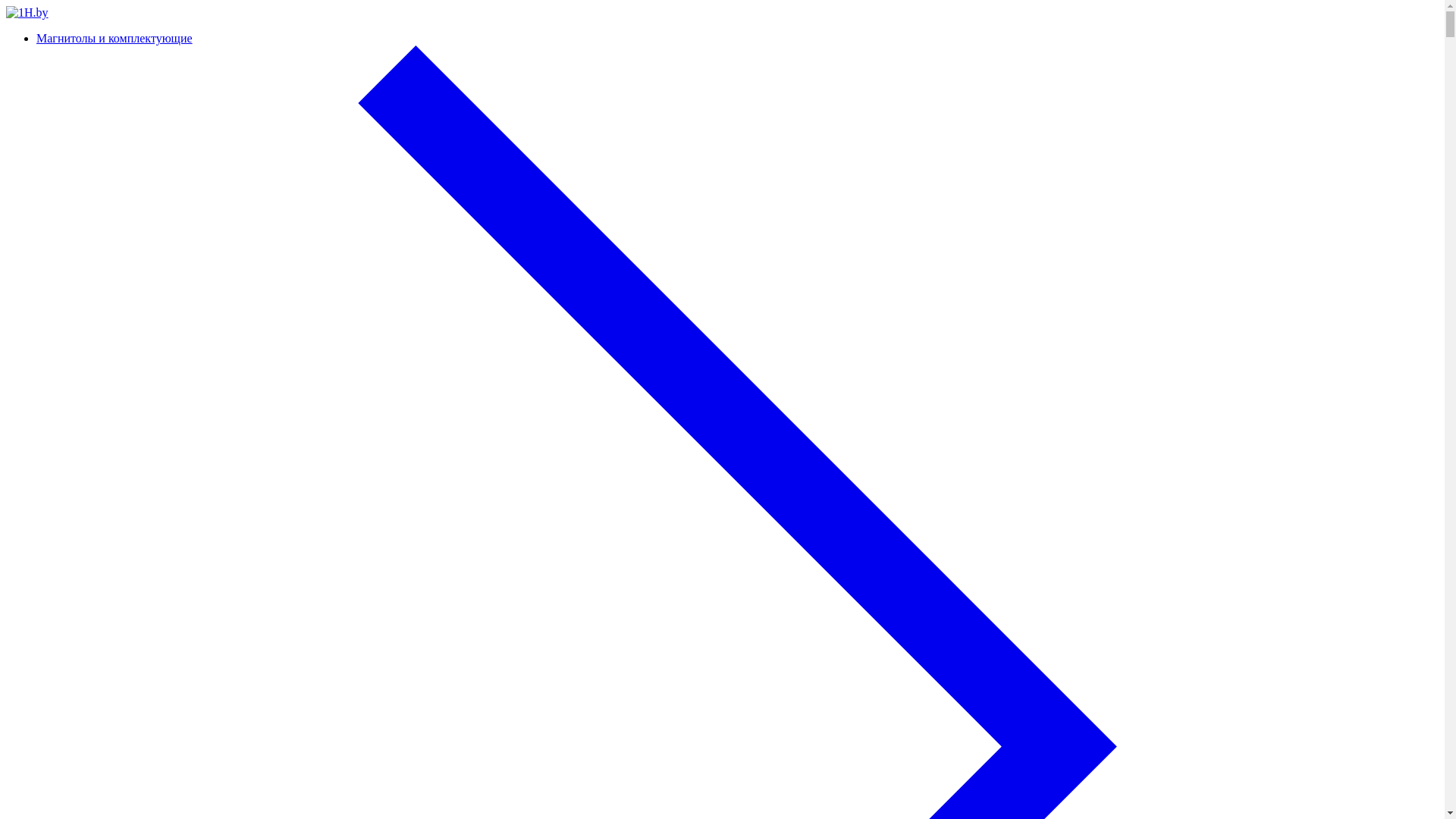 Image resolution: width=1456 pixels, height=819 pixels. Describe the element at coordinates (27, 12) in the screenshot. I see `'1H.by'` at that location.